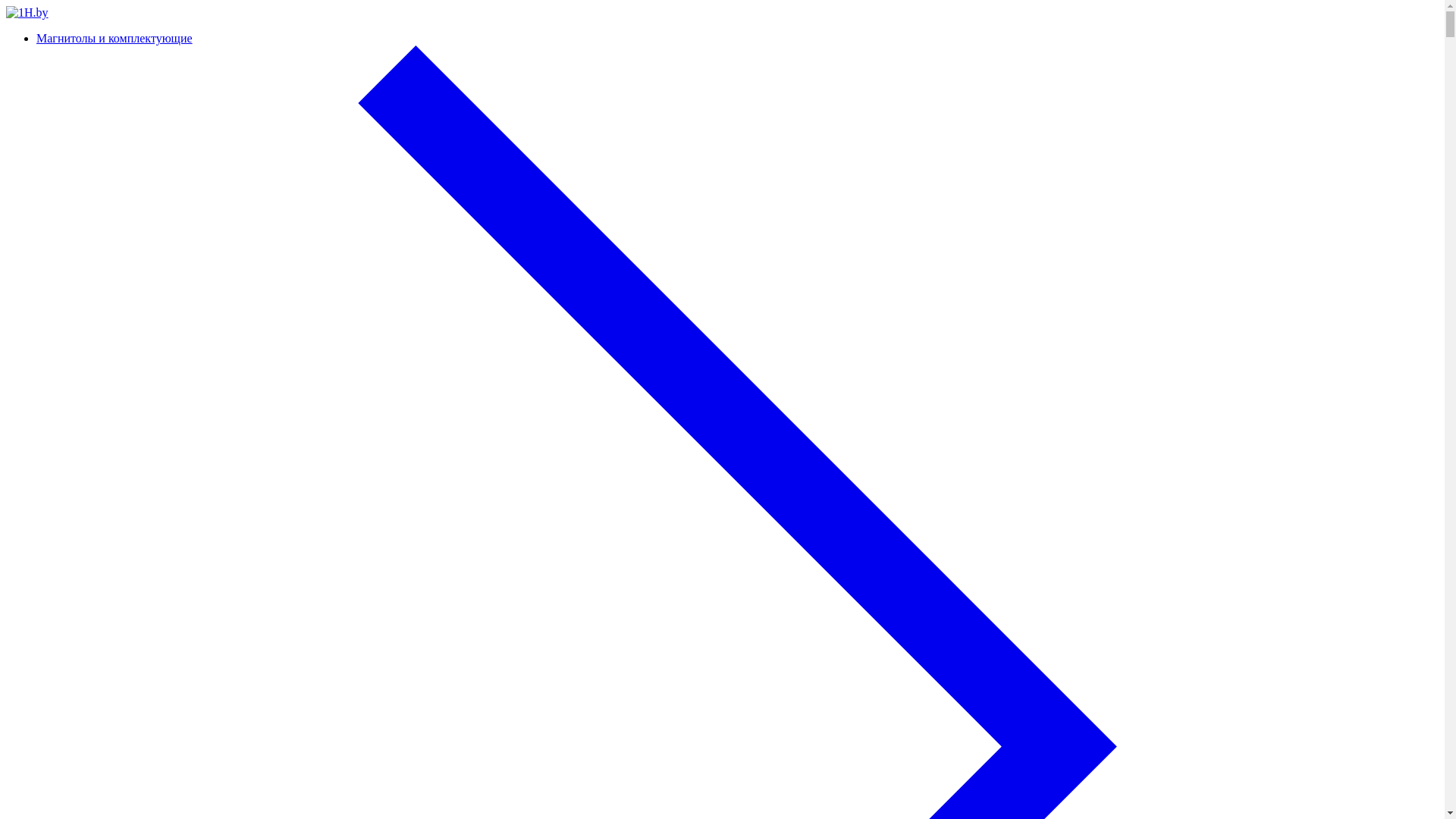 Image resolution: width=1456 pixels, height=819 pixels. Describe the element at coordinates (27, 12) in the screenshot. I see `'1H.by'` at that location.